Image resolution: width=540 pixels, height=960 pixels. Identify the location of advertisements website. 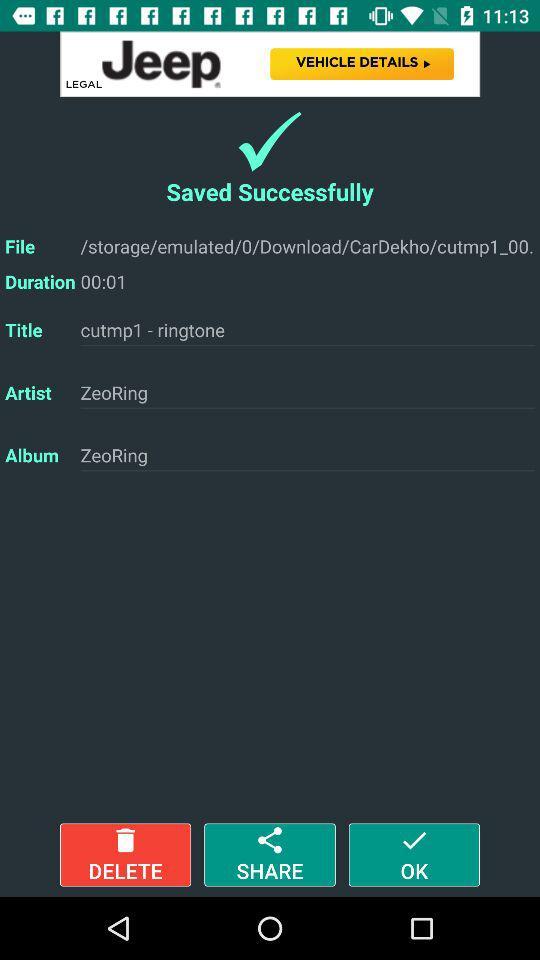
(270, 64).